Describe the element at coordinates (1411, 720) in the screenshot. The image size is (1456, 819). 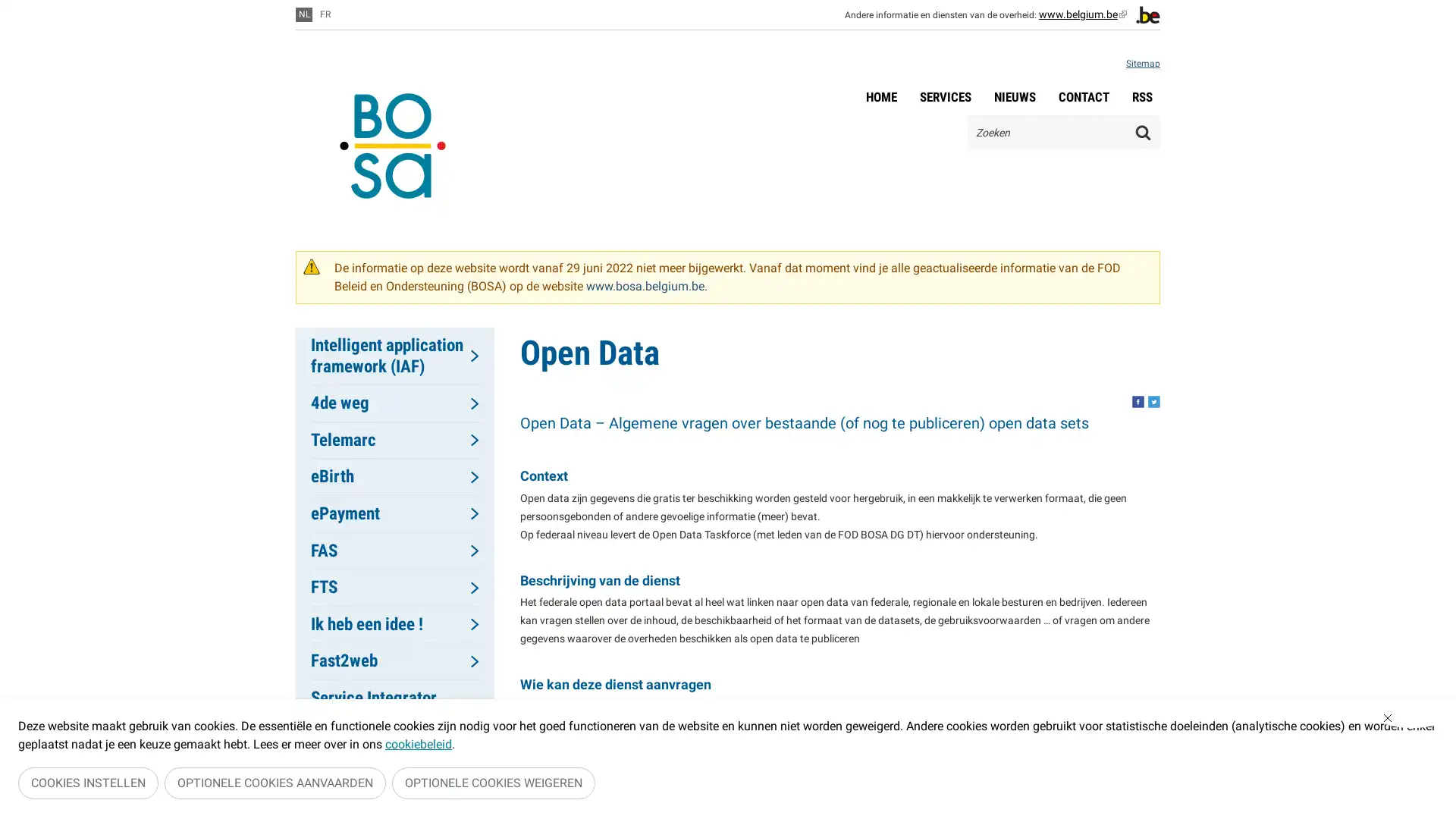
I see `Sluiten` at that location.